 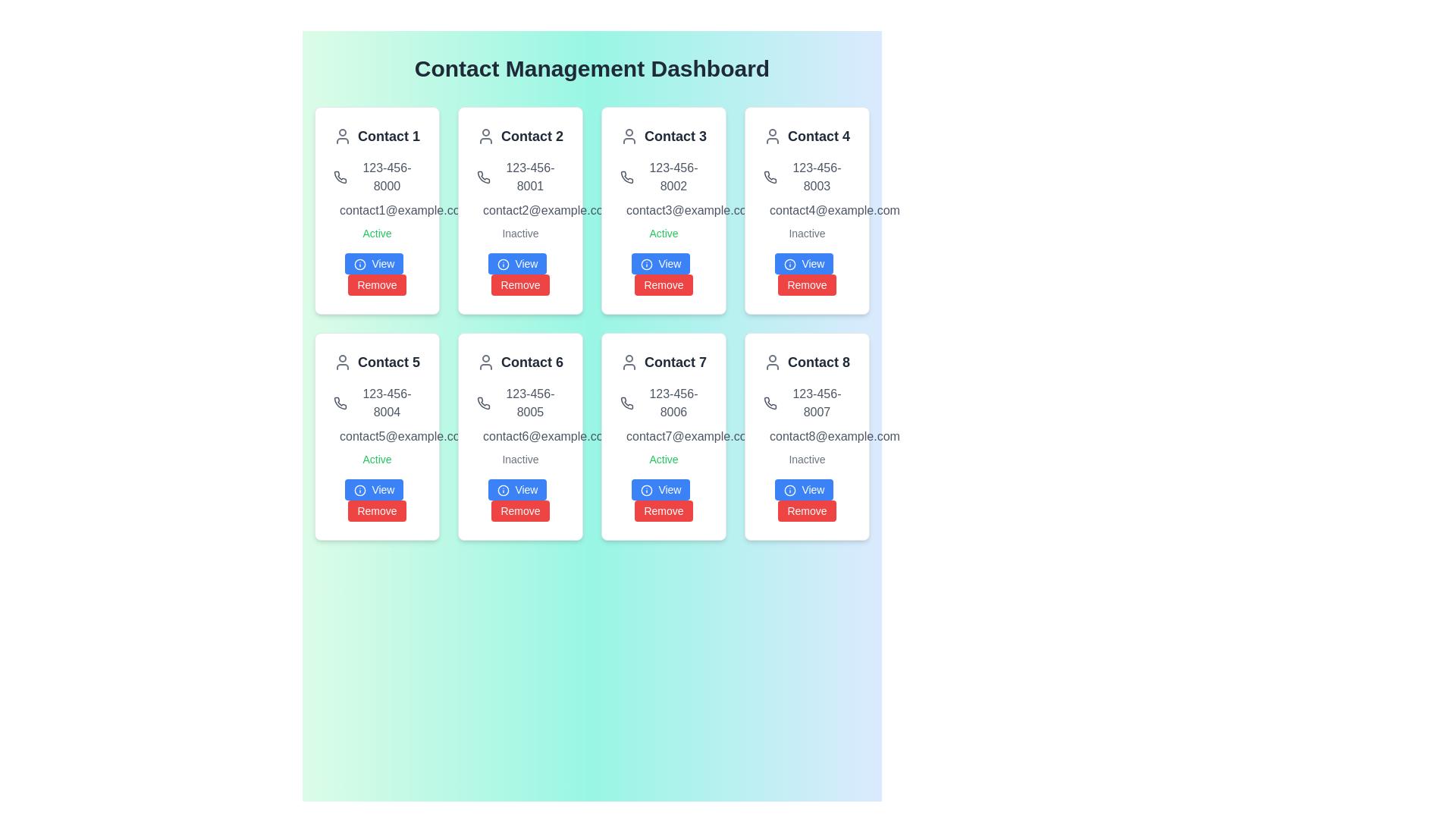 I want to click on text of the label displaying 'Contact 2' in bold font, located at the top of the second contact card in the dashboard grid, so click(x=520, y=136).